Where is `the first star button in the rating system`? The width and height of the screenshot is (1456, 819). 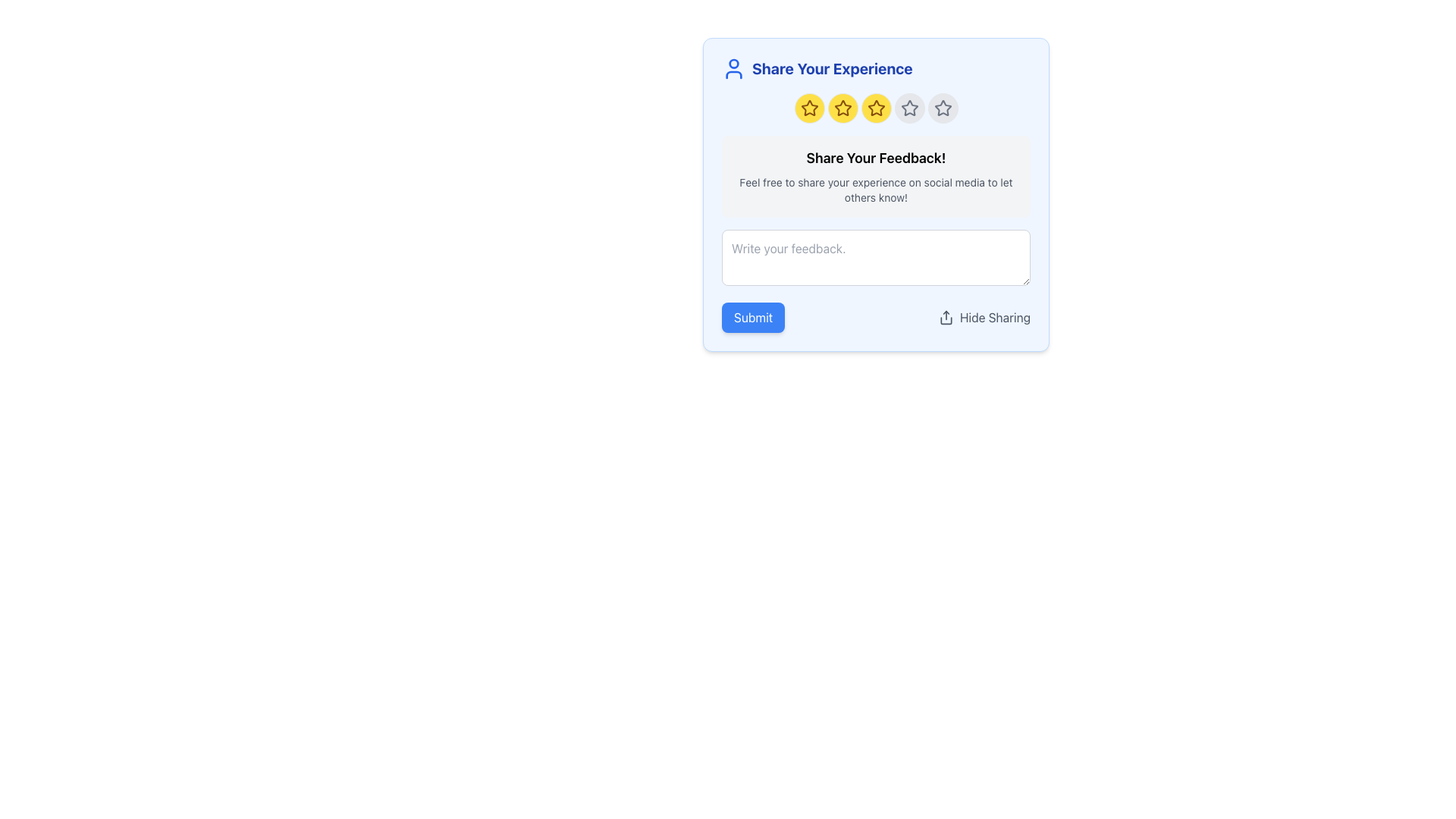
the first star button in the rating system is located at coordinates (808, 107).